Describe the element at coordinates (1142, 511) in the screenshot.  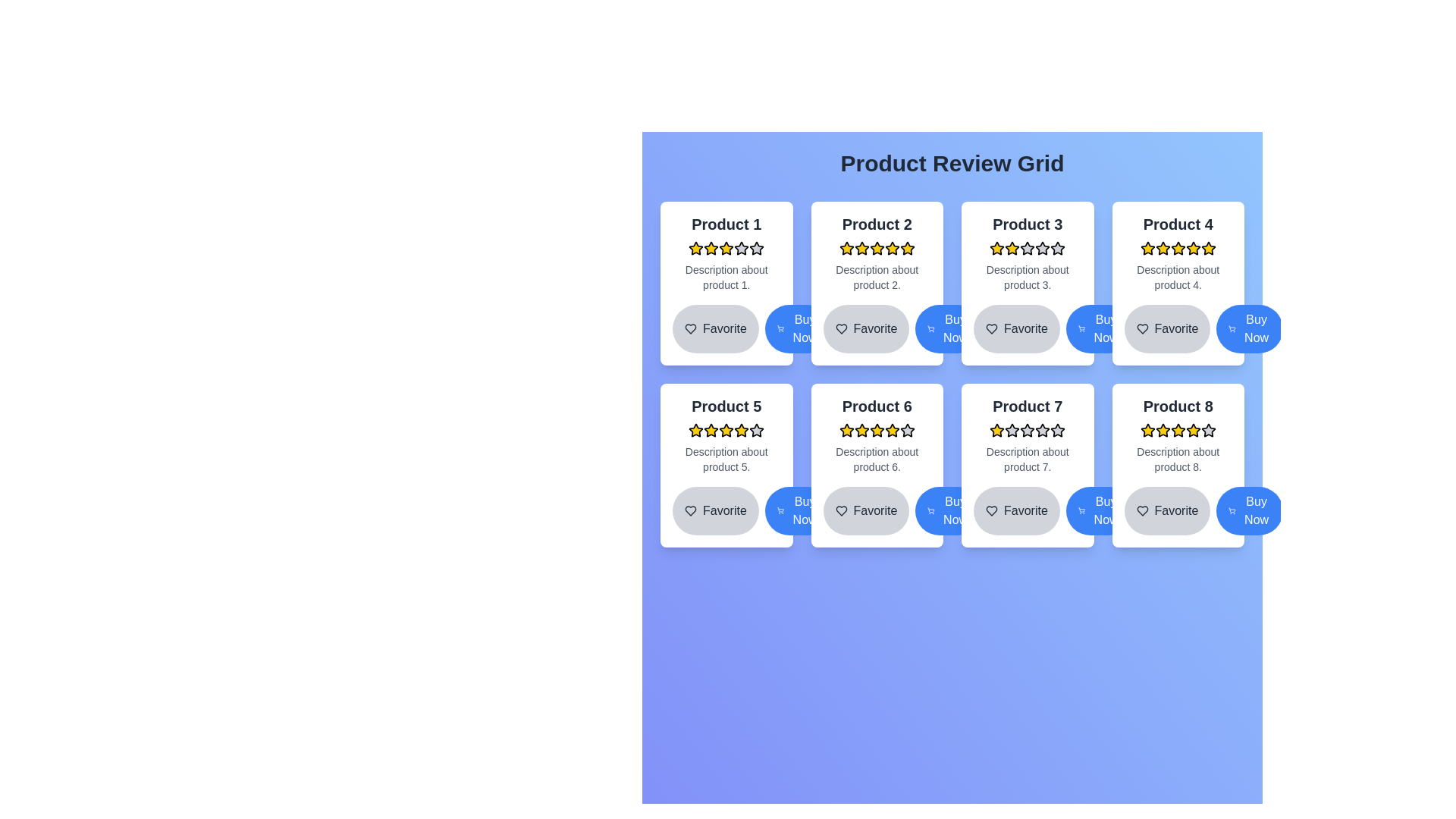
I see `the heart-shaped icon within the 'Favorite' button in the 'Product 8' card` at that location.